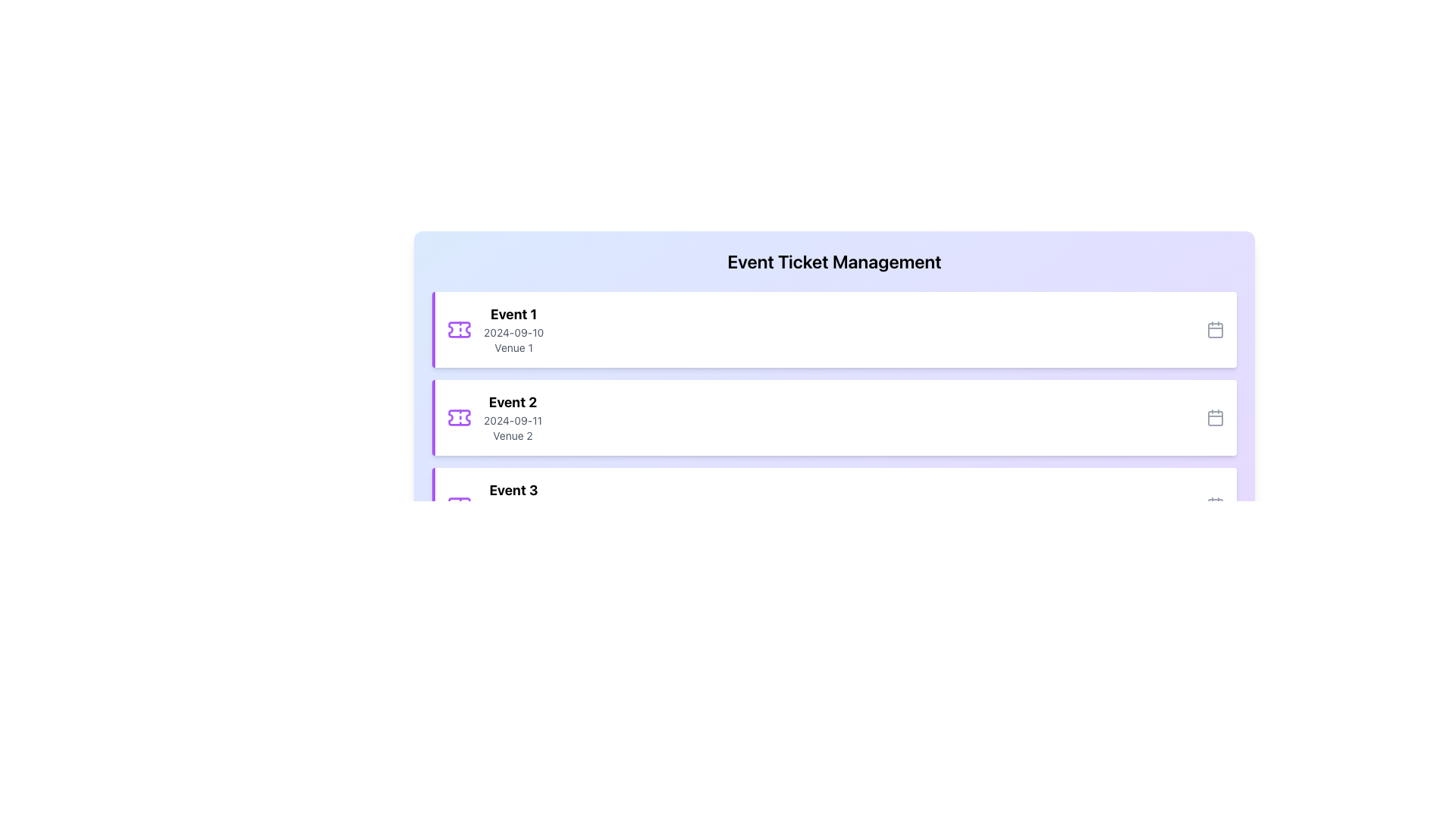 The height and width of the screenshot is (819, 1456). What do you see at coordinates (513, 506) in the screenshot?
I see `information displayed in the static informational display located in the third section of the event list, positioned below 'Event 2'` at bounding box center [513, 506].